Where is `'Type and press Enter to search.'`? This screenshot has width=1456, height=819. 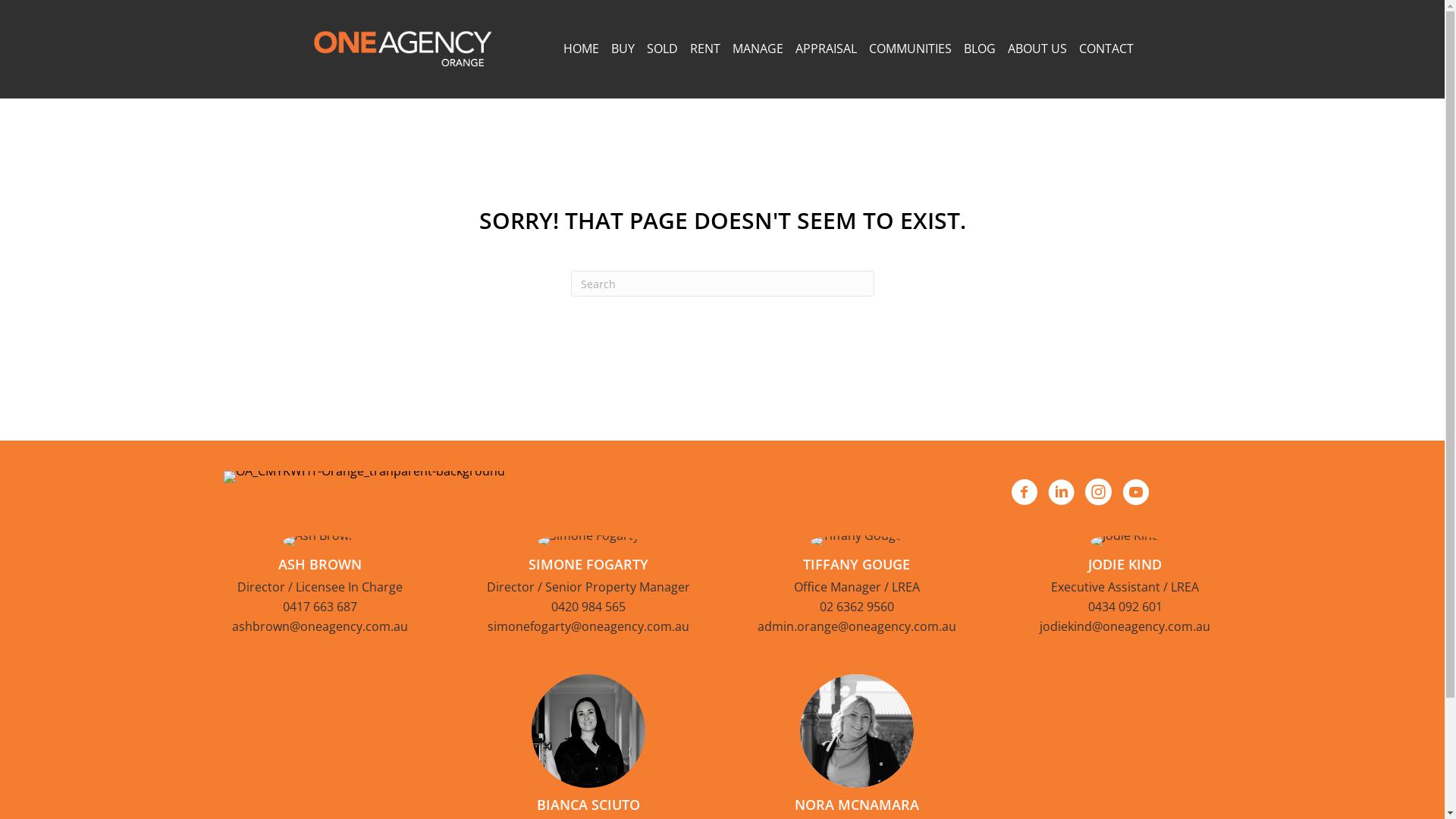
'Type and press Enter to search.' is located at coordinates (720, 284).